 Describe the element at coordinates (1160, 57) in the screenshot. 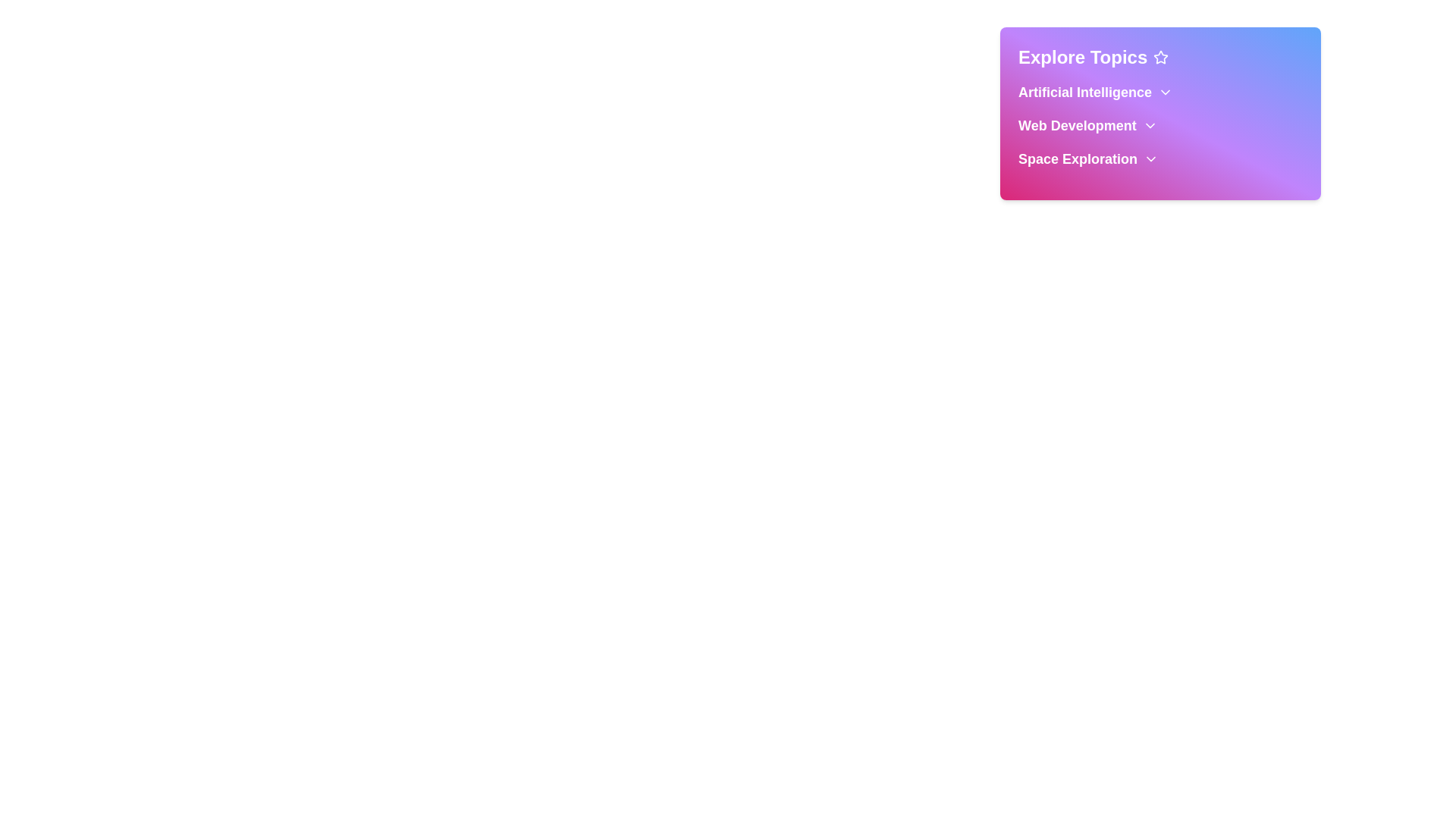

I see `the star icon located to the right of the text 'Explore Topics' at the top-left side of the component containing the topic categories` at that location.